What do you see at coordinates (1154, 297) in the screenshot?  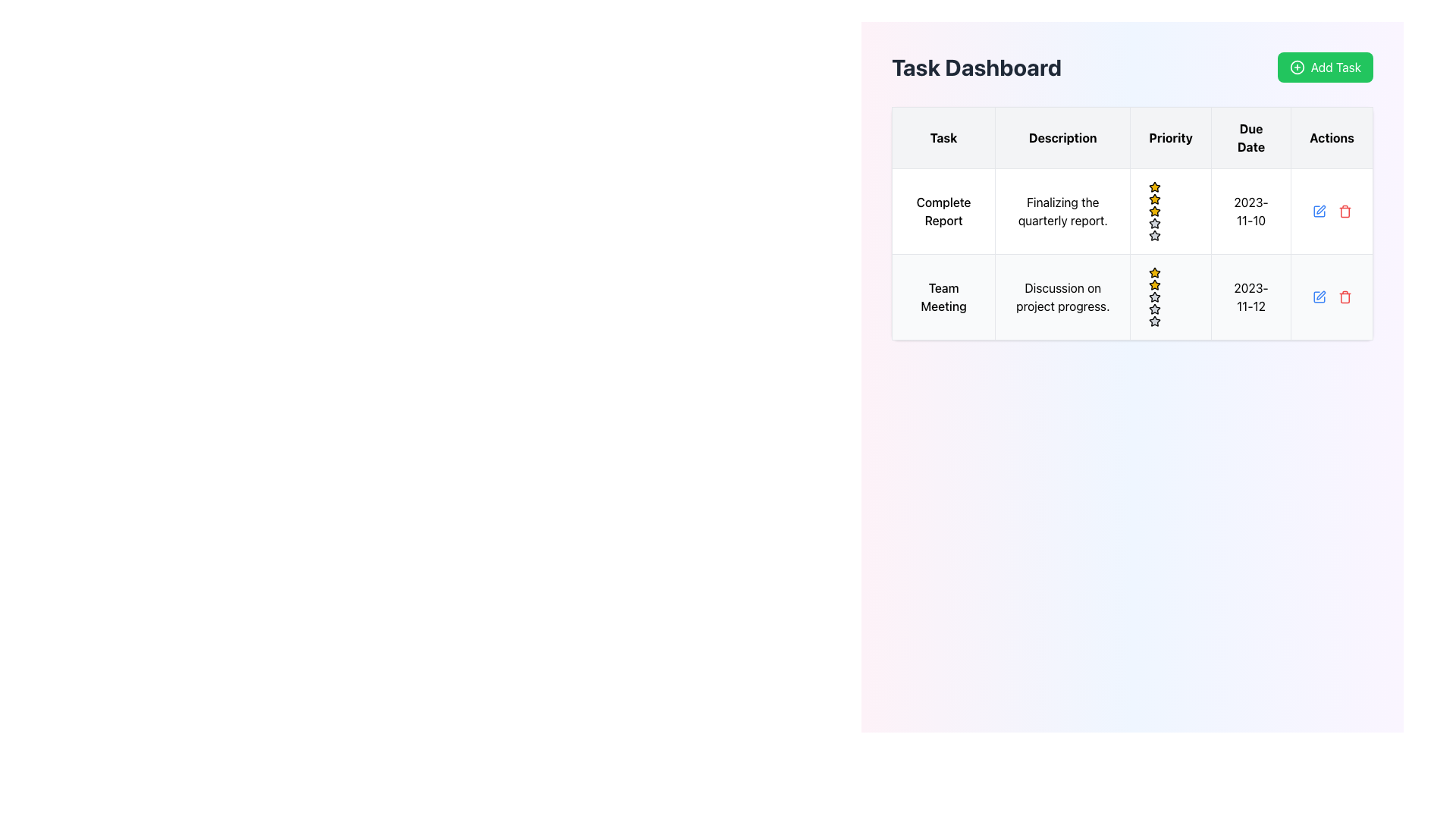 I see `the second star icon in the Priority column of the task table` at bounding box center [1154, 297].